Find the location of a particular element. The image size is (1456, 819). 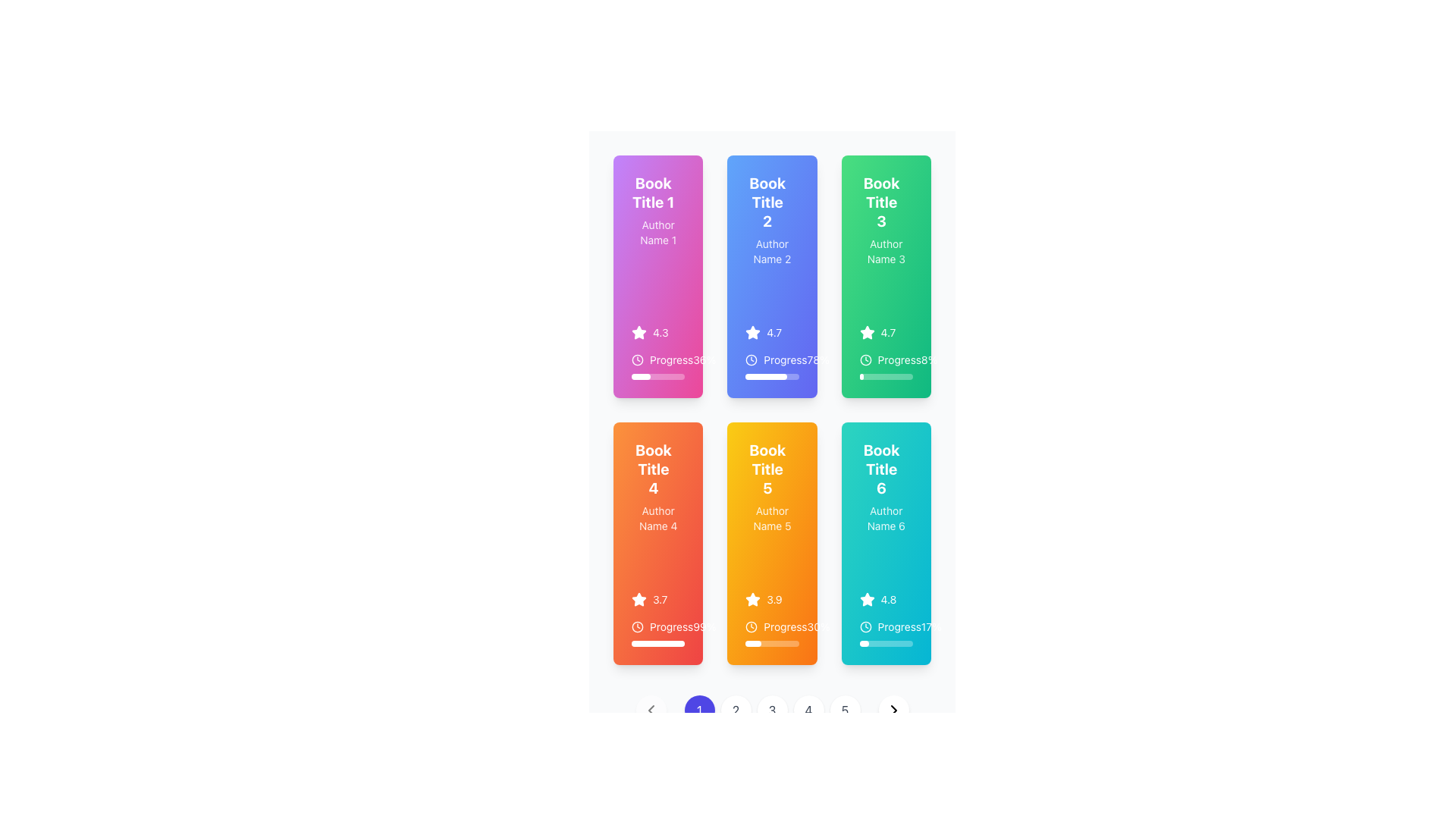

the circular button with a white background and the number '3' in gray text is located at coordinates (772, 711).